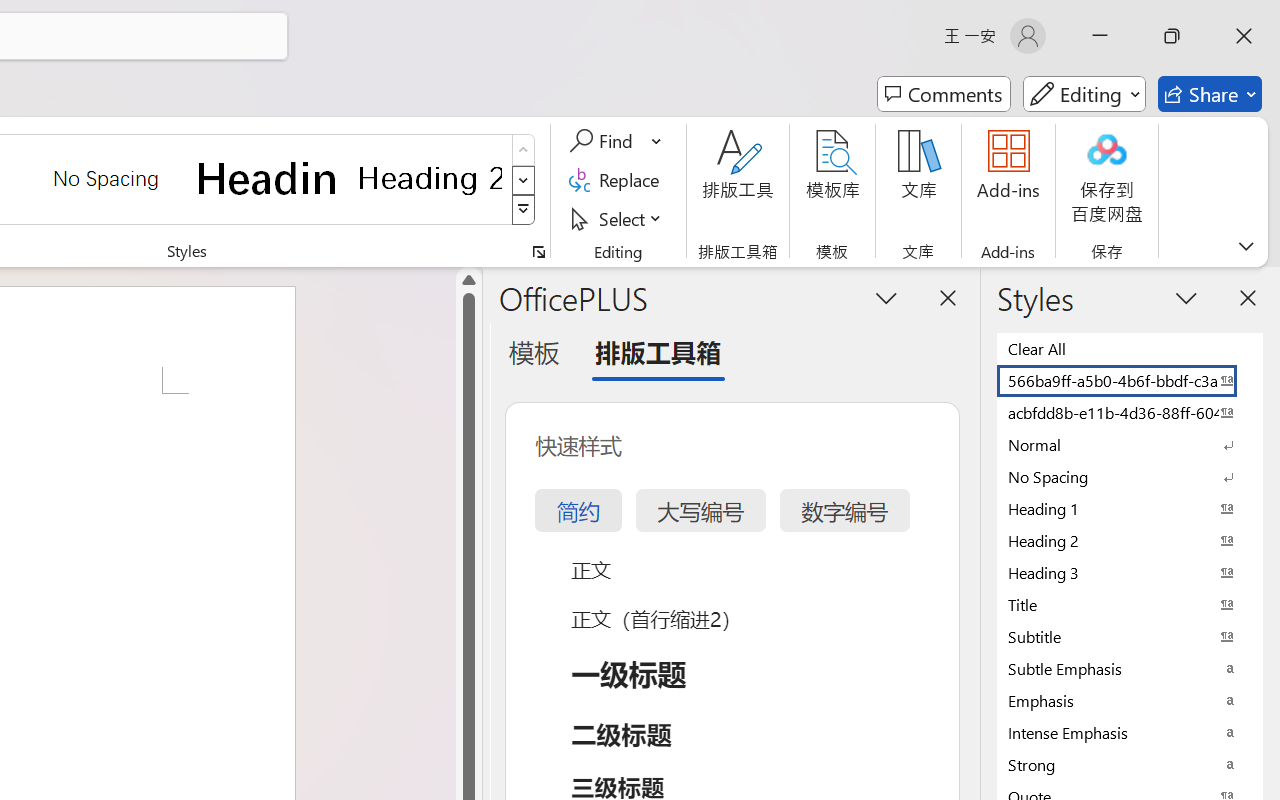 The height and width of the screenshot is (800, 1280). I want to click on 'Line up', so click(468, 280).